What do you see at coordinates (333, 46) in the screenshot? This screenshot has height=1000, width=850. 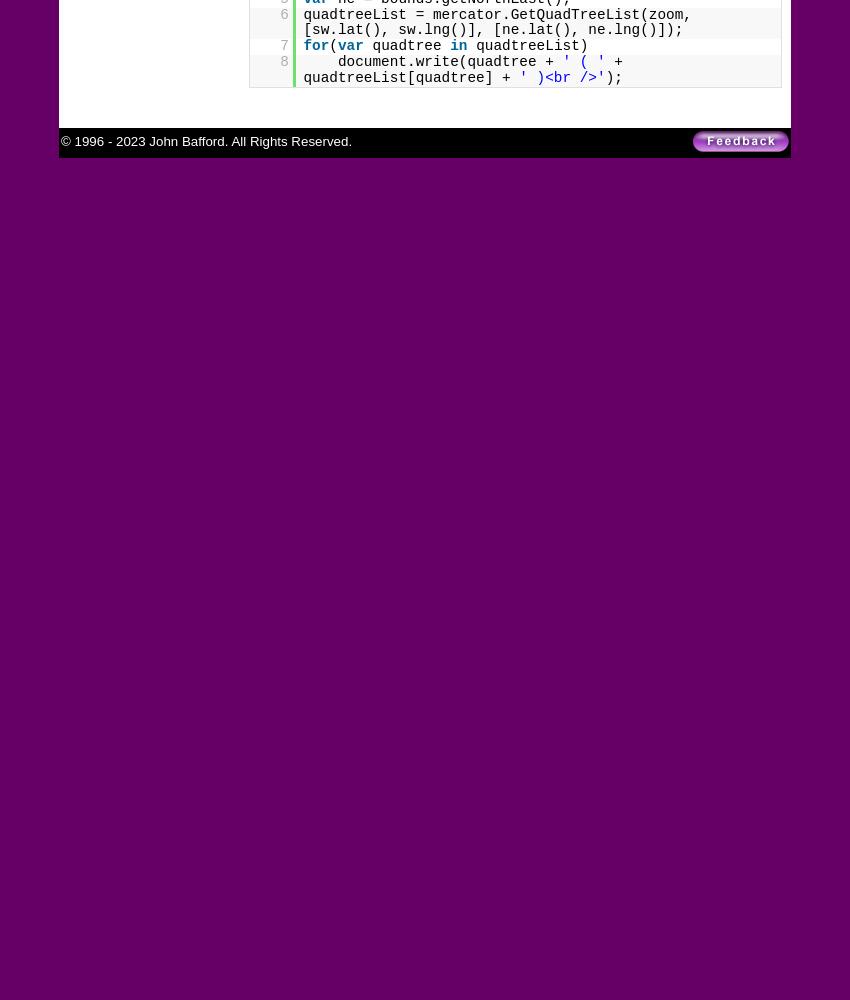 I see `'('` at bounding box center [333, 46].